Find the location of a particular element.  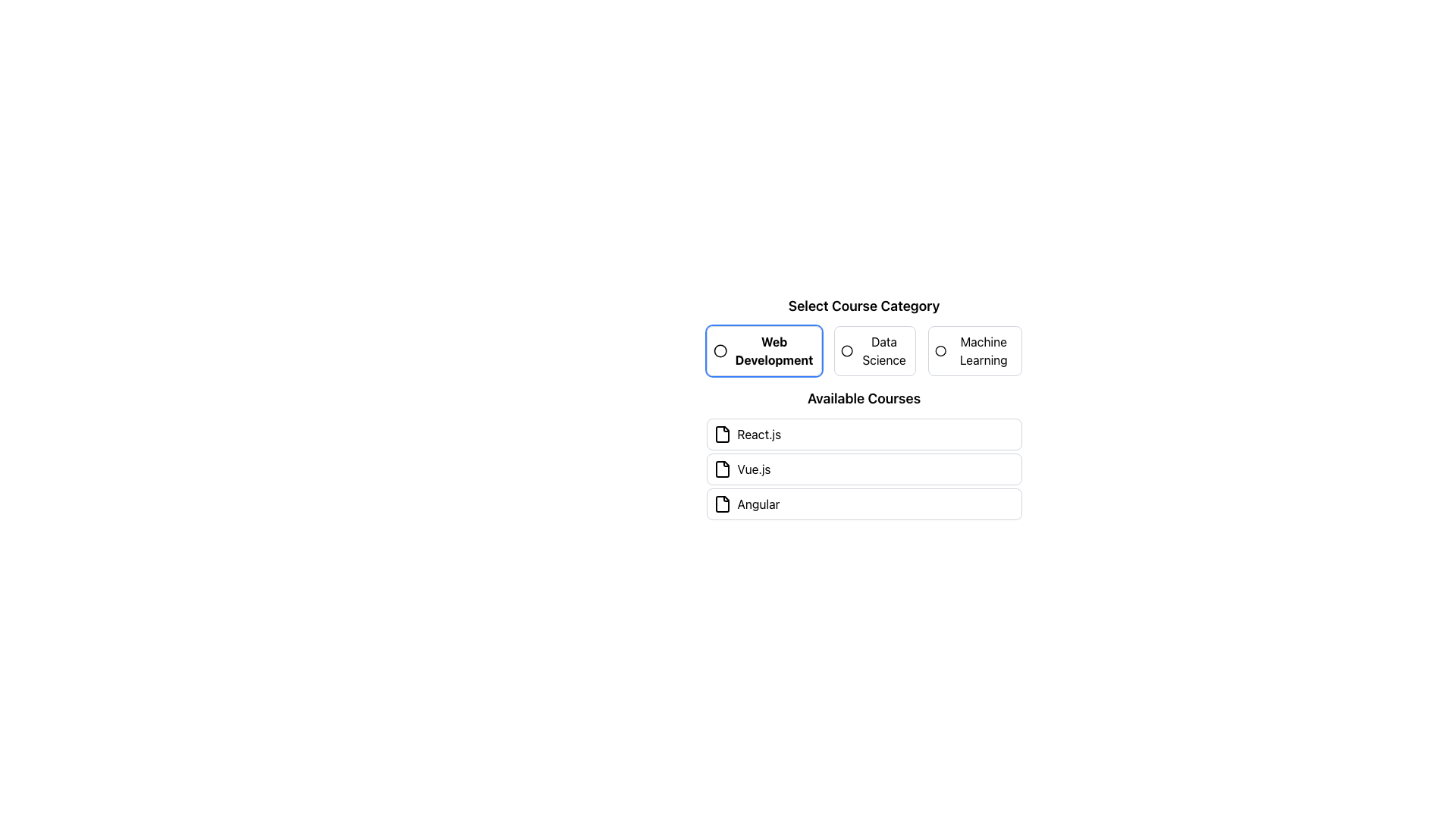

the 'Data Science' radio button is located at coordinates (874, 350).